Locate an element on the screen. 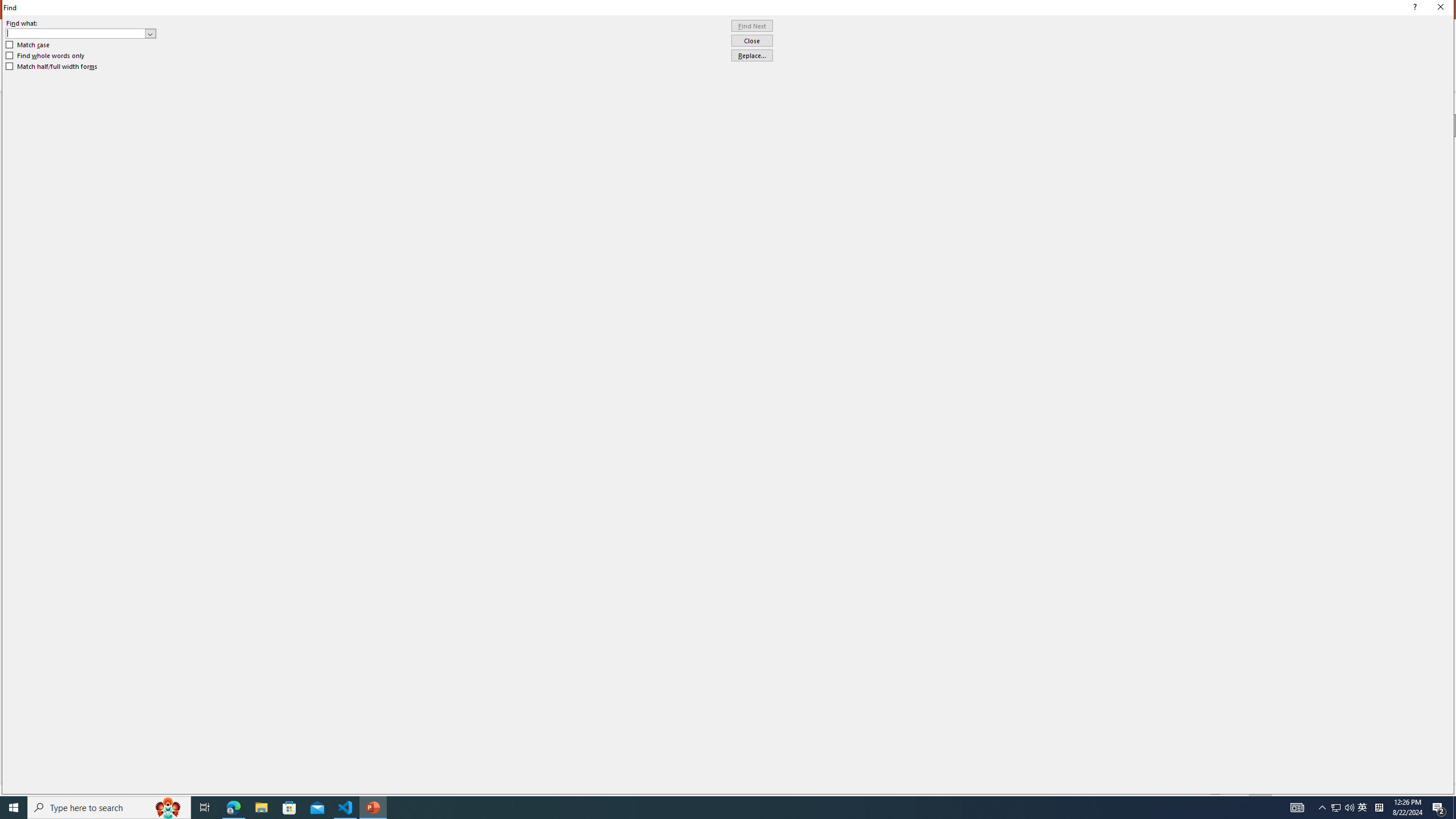  'Match half/full width forms' is located at coordinates (52, 66).